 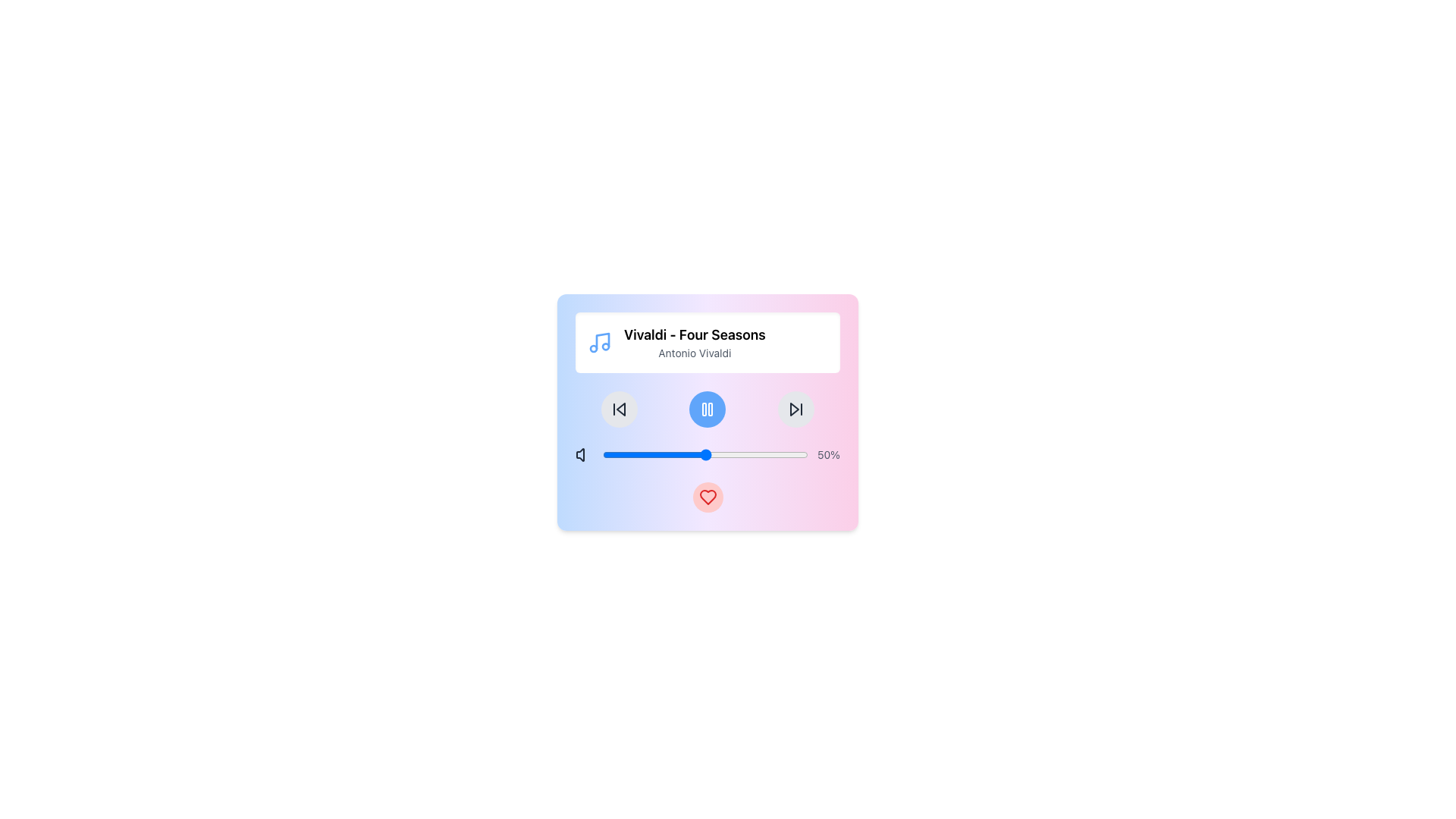 I want to click on the blue-colored musical note icon located to the left of the text 'Vivaldi - Four Seasons' in the top-left section of the user interface, so click(x=599, y=342).